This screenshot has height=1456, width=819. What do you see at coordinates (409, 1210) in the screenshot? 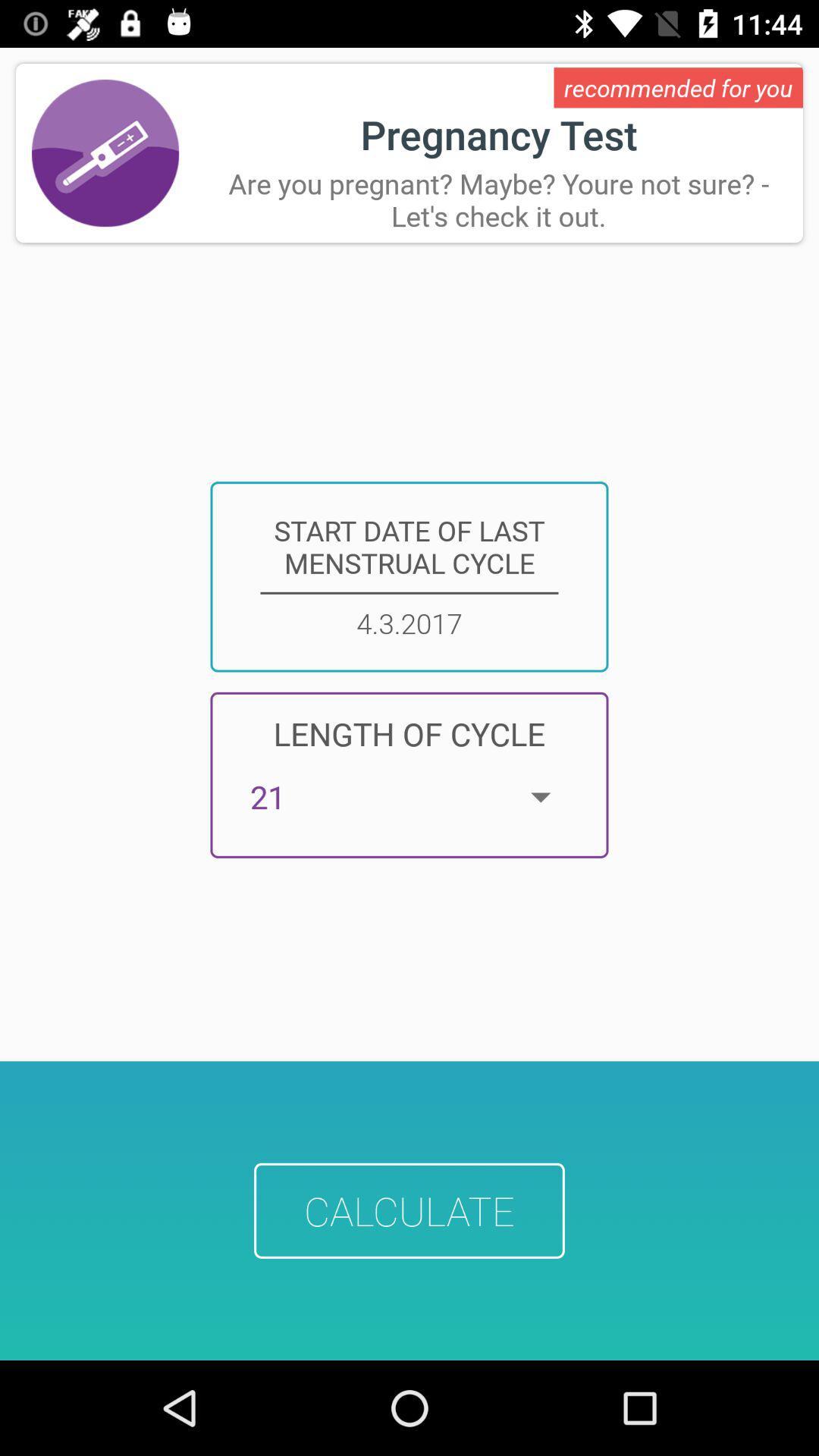
I see `the calculate button` at bounding box center [409, 1210].